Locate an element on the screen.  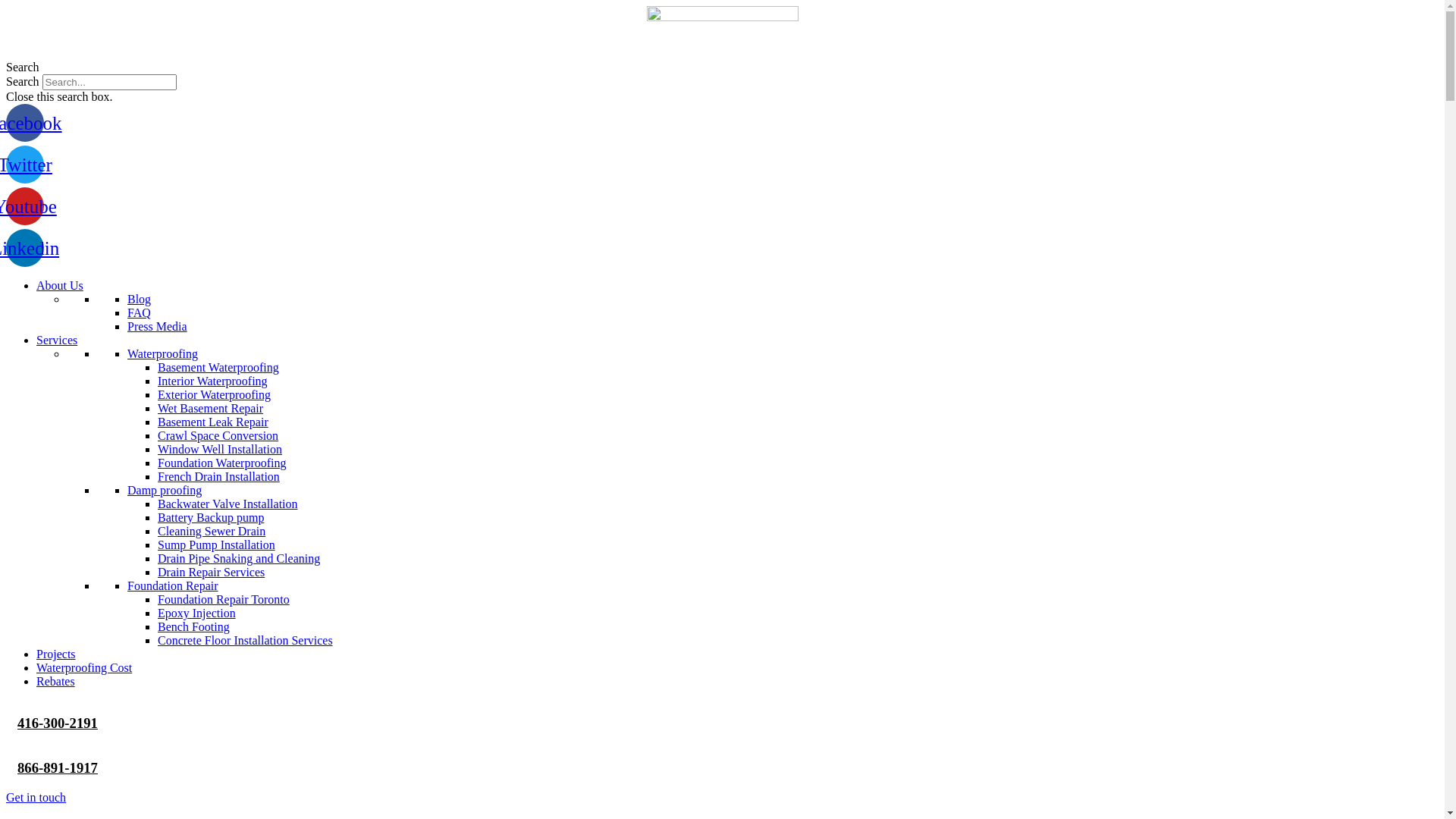
'Battery Backup pump' is located at coordinates (210, 516).